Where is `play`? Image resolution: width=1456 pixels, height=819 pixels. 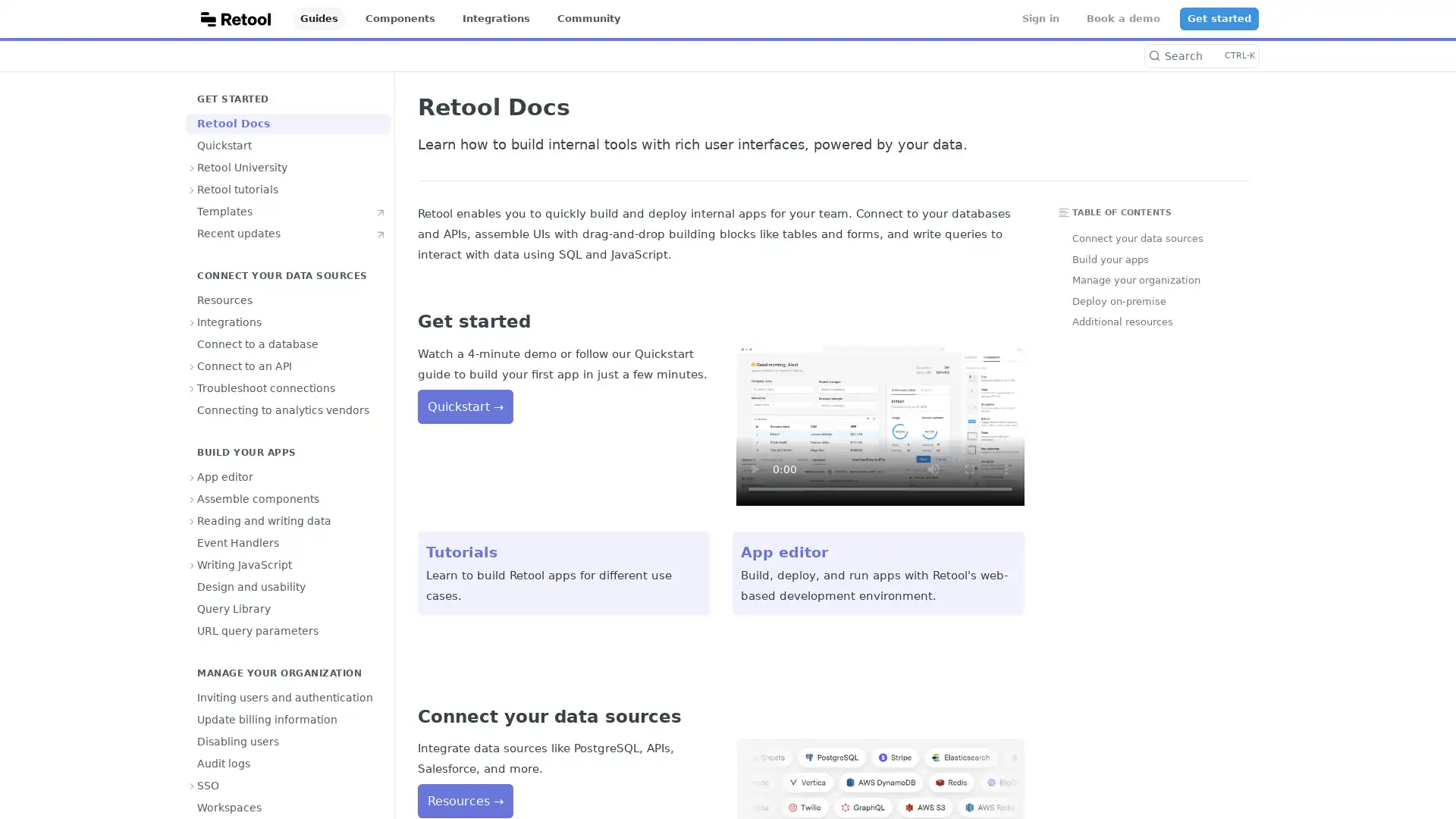 play is located at coordinates (754, 468).